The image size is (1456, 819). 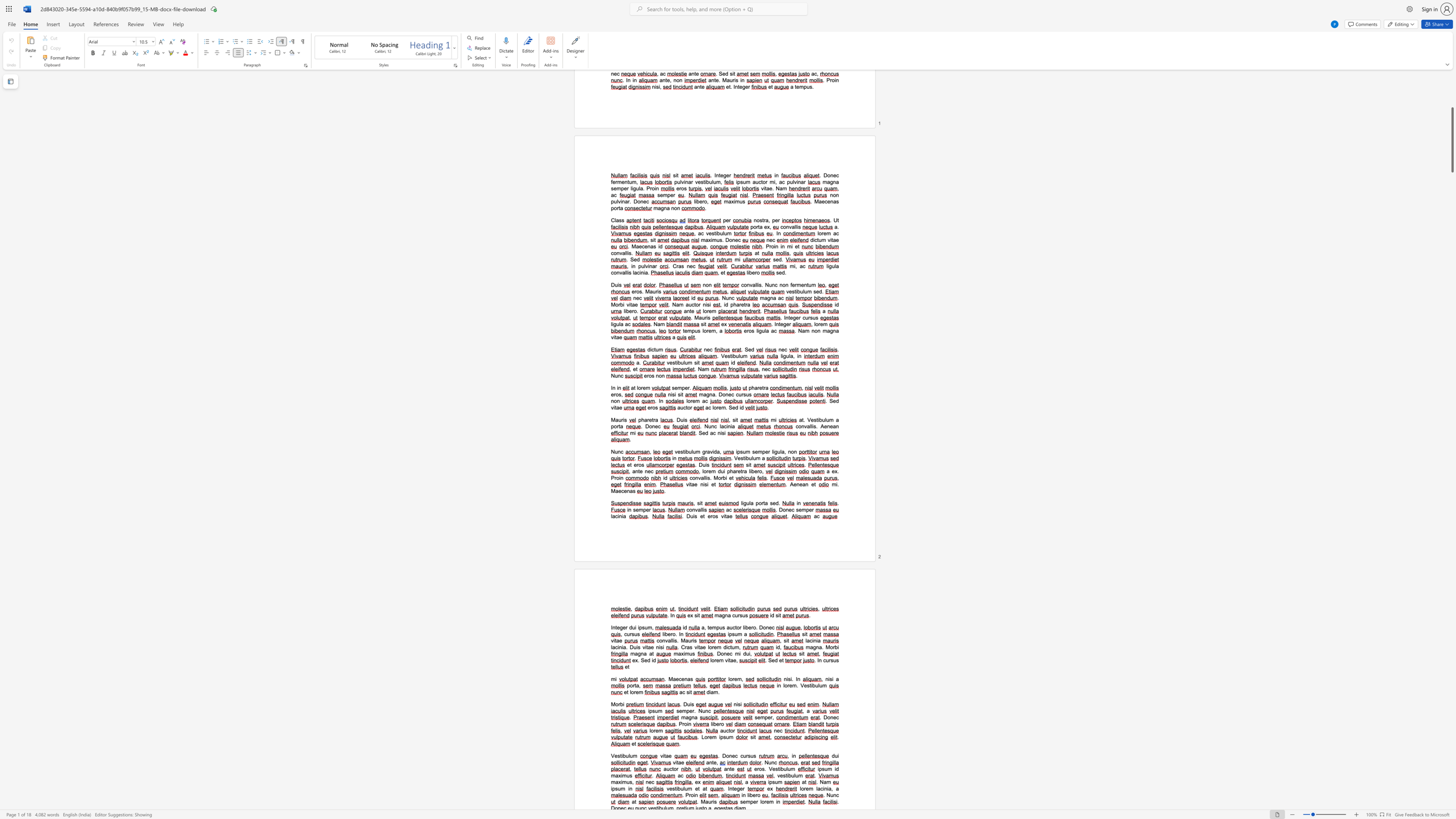 I want to click on the space between the continuous character "m" and "a" in the text, so click(x=718, y=615).